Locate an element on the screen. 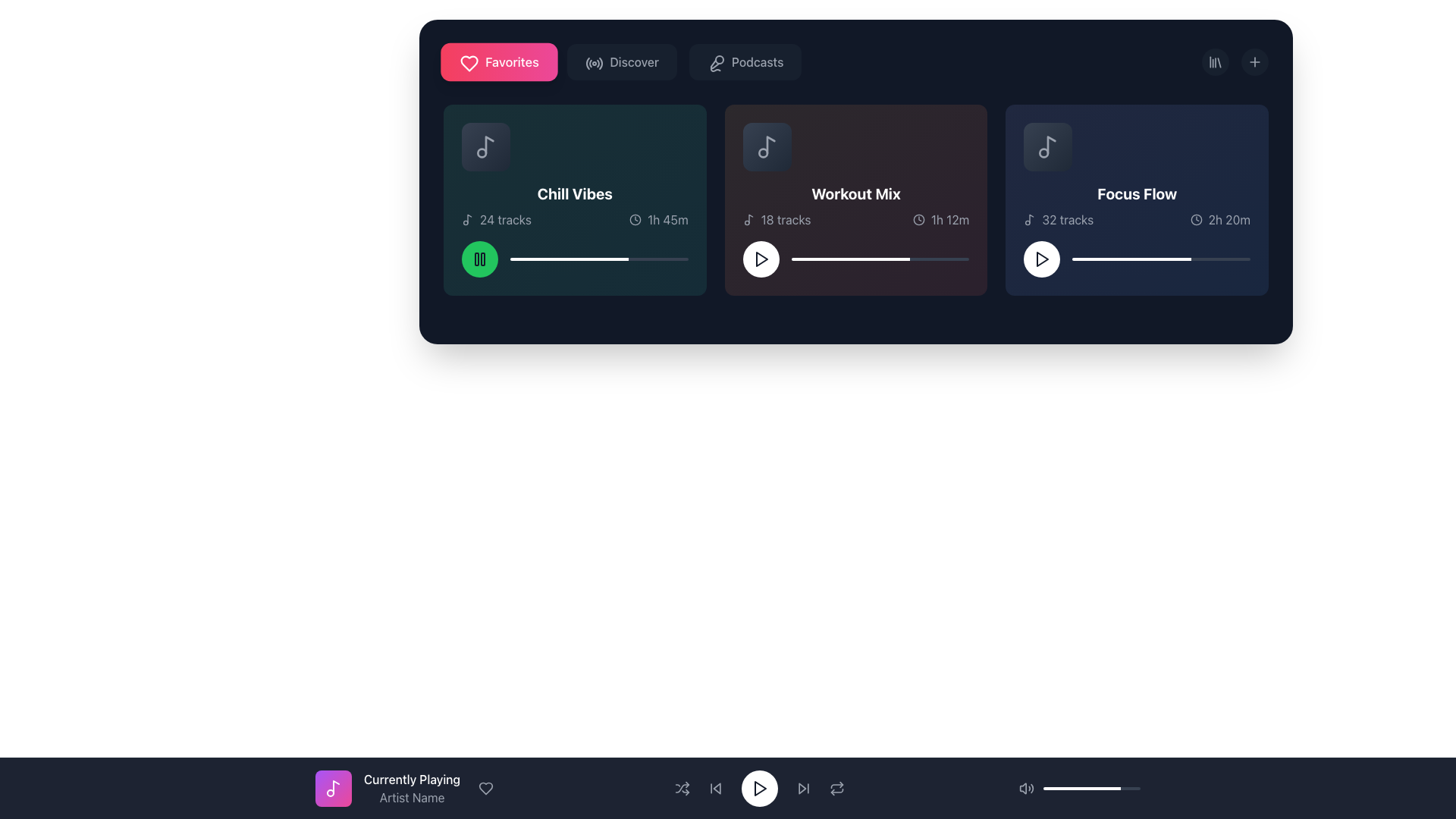  the outlined leftward arrow icon button located second from the left in the bottom navigation bar to skip to the previous track is located at coordinates (714, 788).